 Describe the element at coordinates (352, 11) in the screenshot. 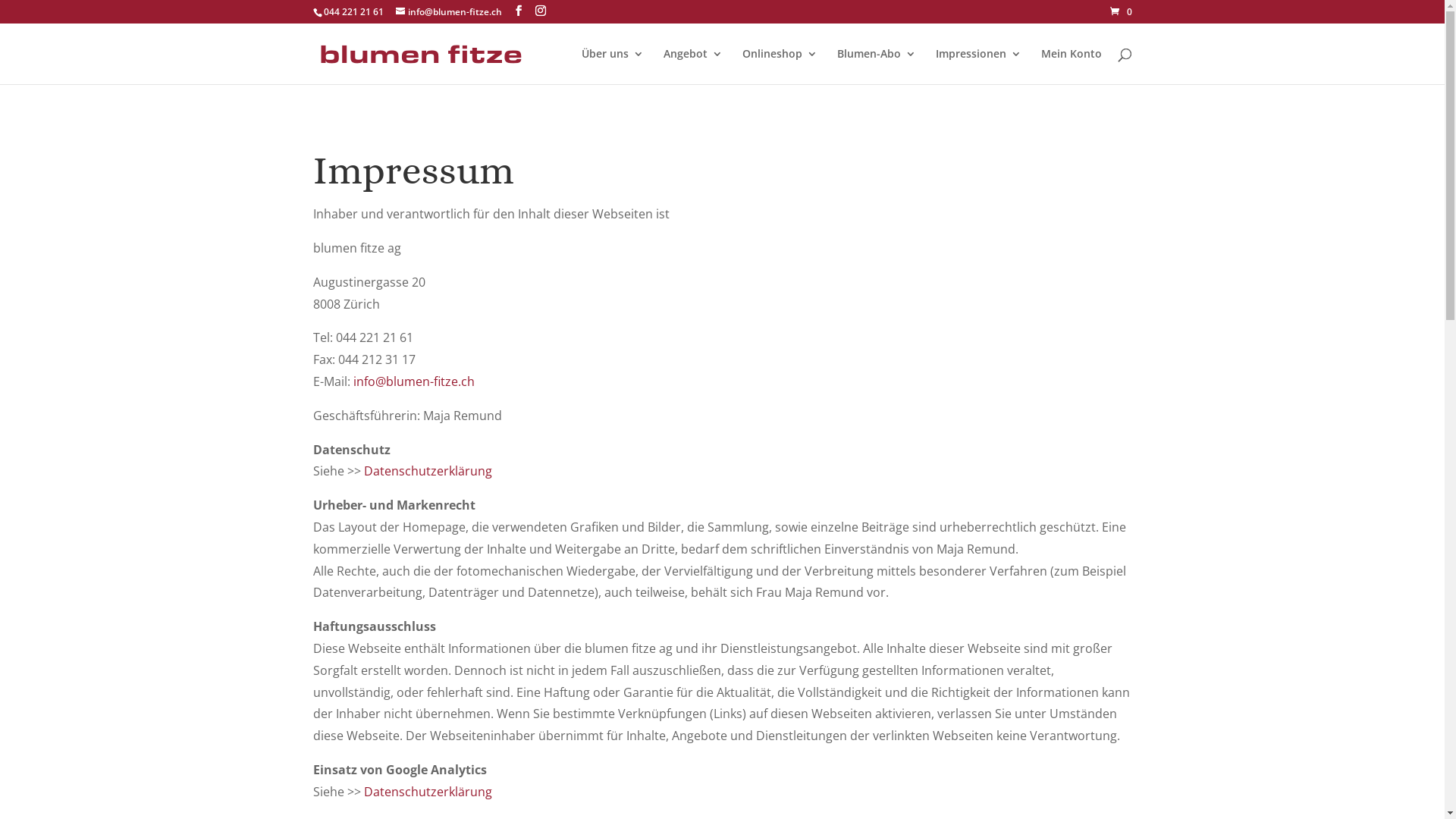

I see `'044 221 21 61'` at that location.